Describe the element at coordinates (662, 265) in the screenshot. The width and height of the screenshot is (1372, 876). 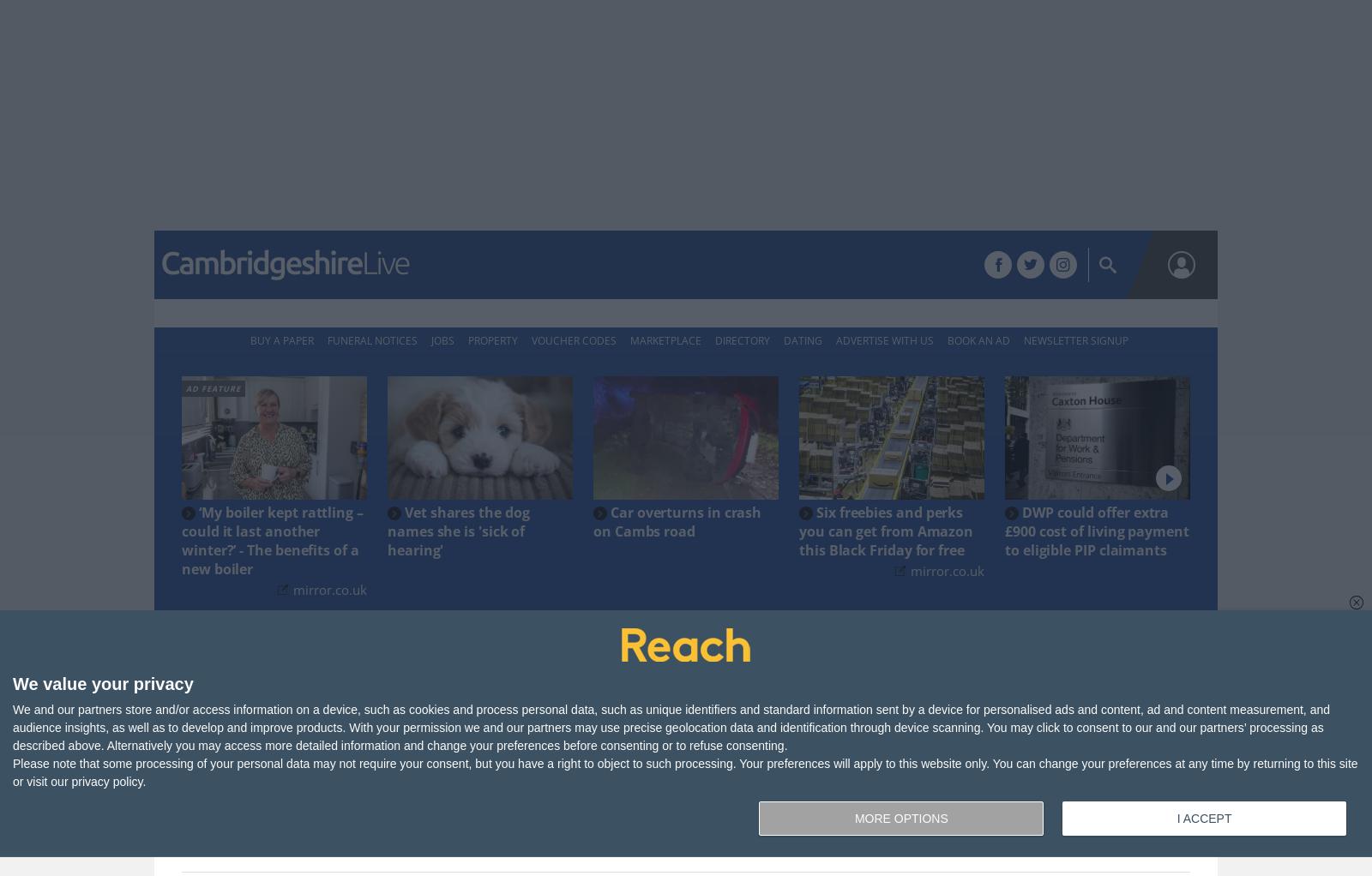
I see `'Peterborough'` at that location.